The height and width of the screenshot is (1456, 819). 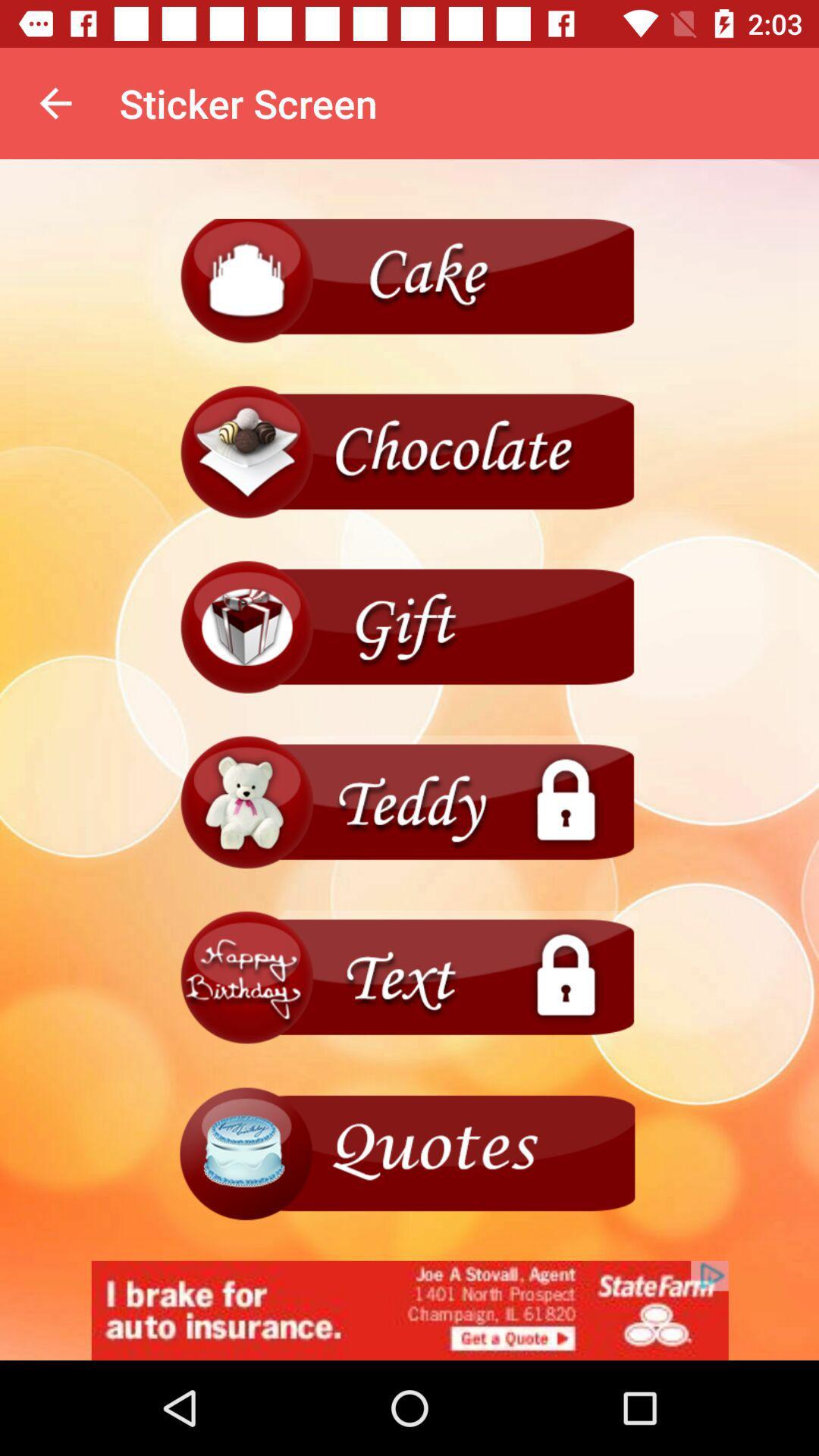 I want to click on game page, so click(x=409, y=628).